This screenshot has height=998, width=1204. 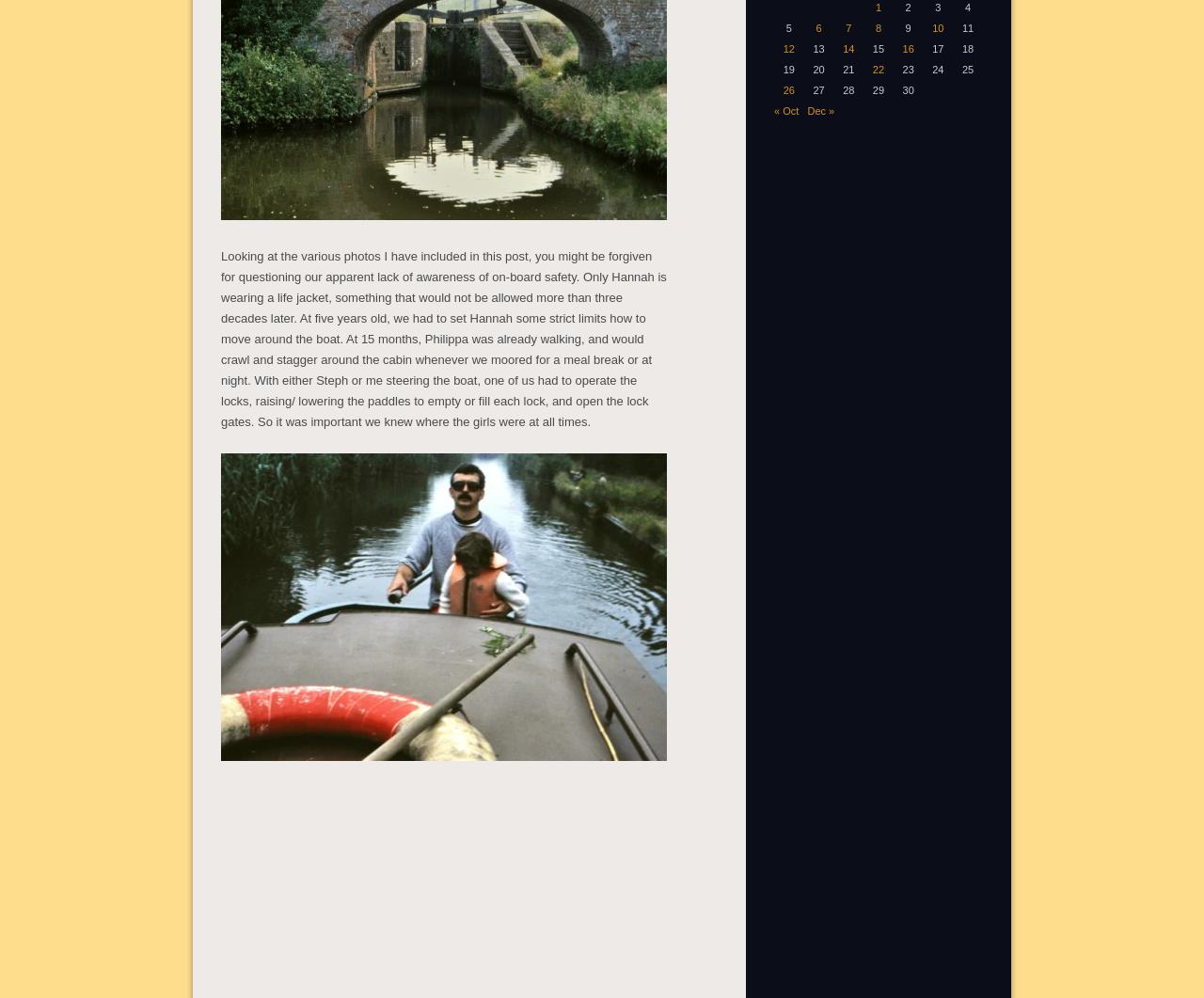 What do you see at coordinates (900, 68) in the screenshot?
I see `'23'` at bounding box center [900, 68].